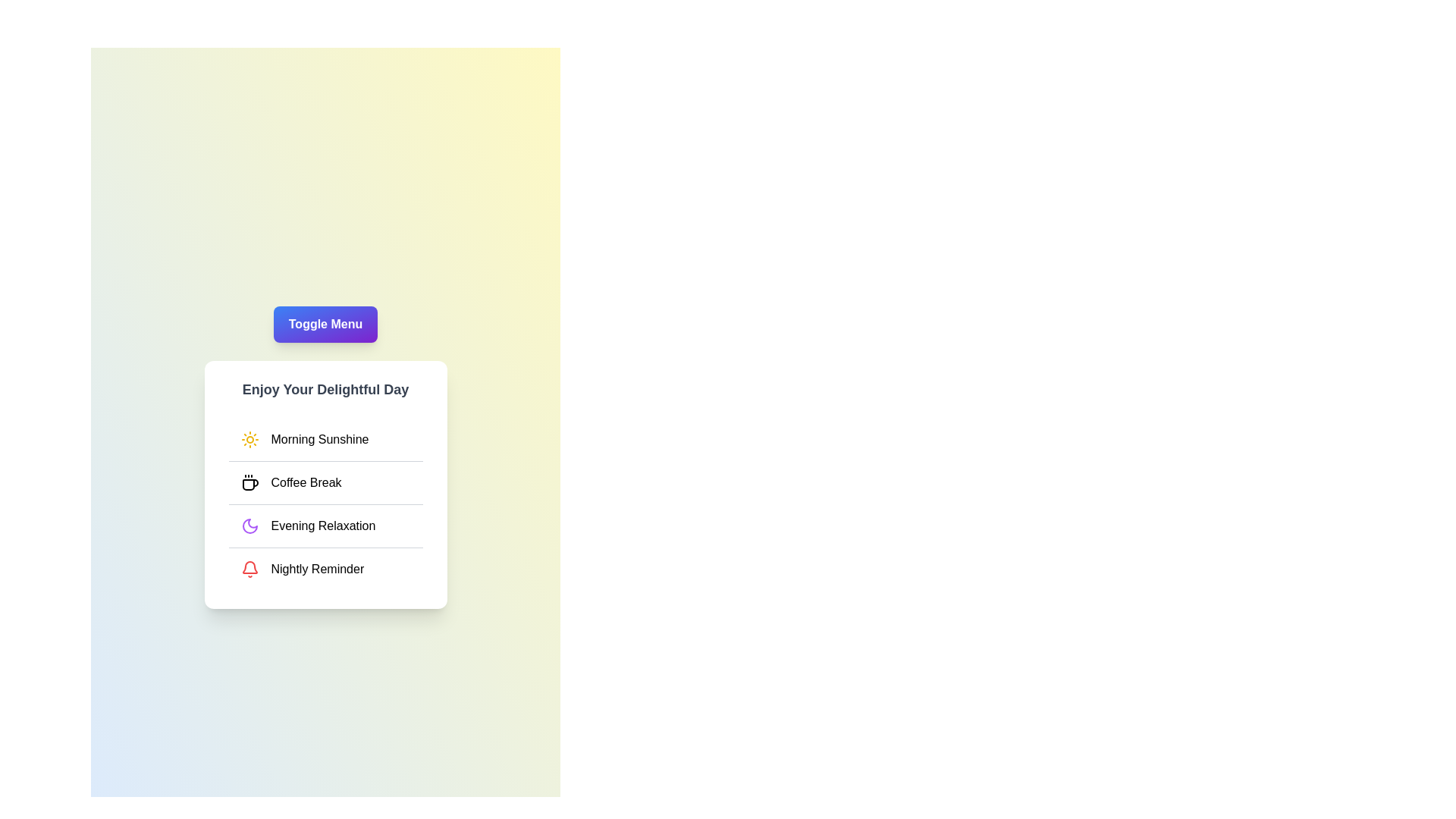  Describe the element at coordinates (325, 568) in the screenshot. I see `the menu item Nightly Reminder` at that location.